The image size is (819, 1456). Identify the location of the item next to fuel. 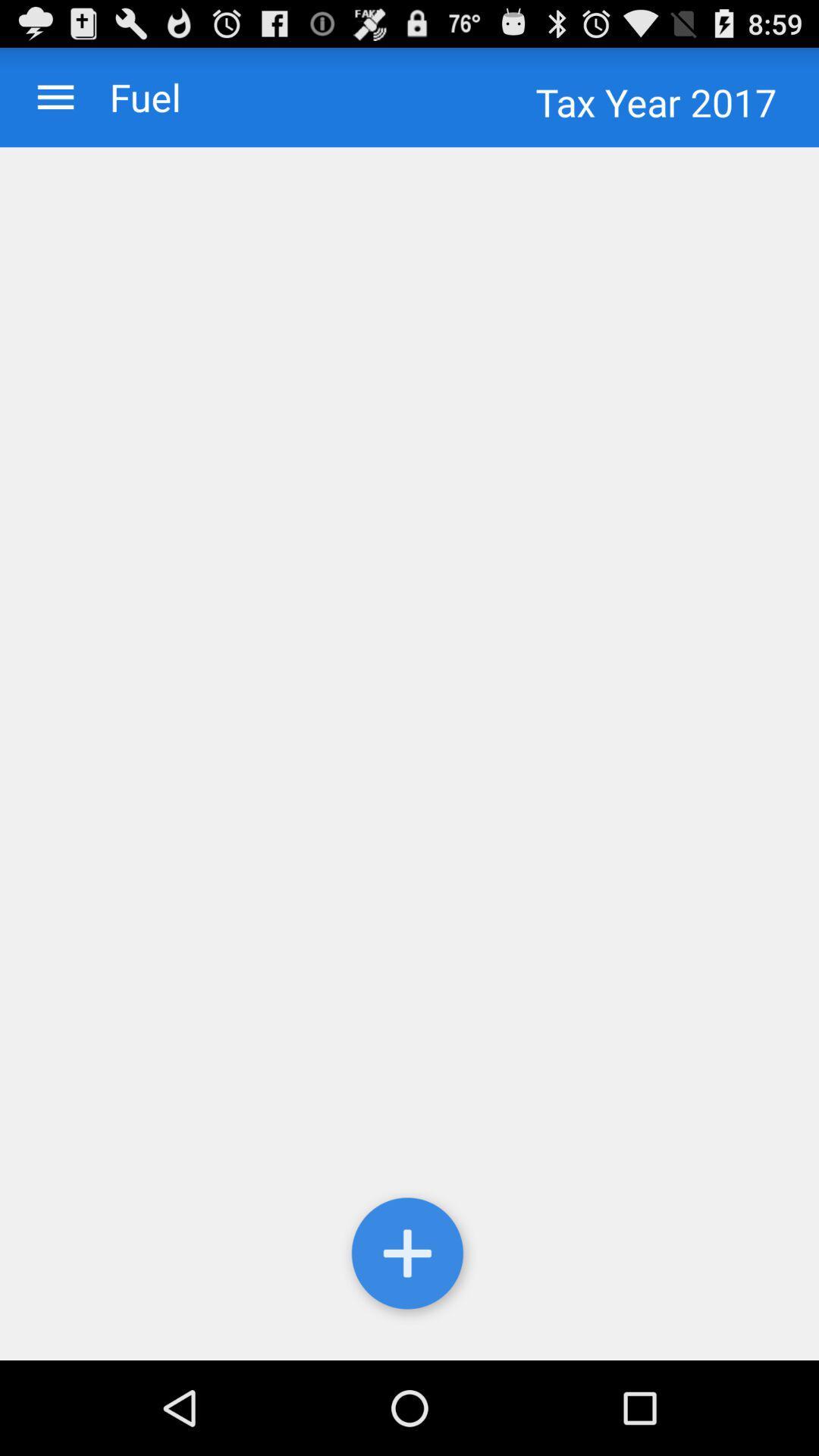
(55, 96).